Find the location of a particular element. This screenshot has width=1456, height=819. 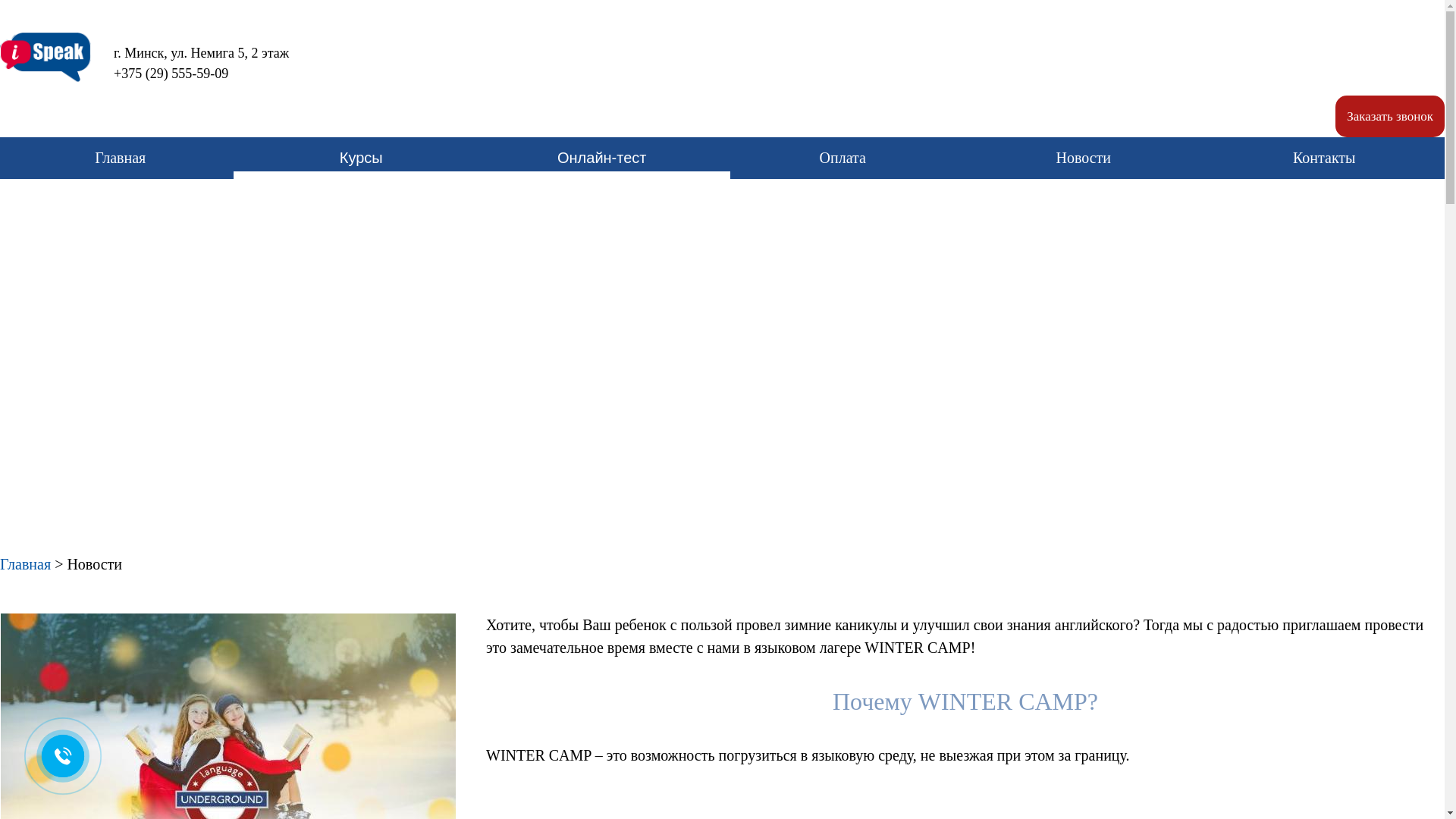

'+375 (29) 555-59-09' is located at coordinates (159, 74).